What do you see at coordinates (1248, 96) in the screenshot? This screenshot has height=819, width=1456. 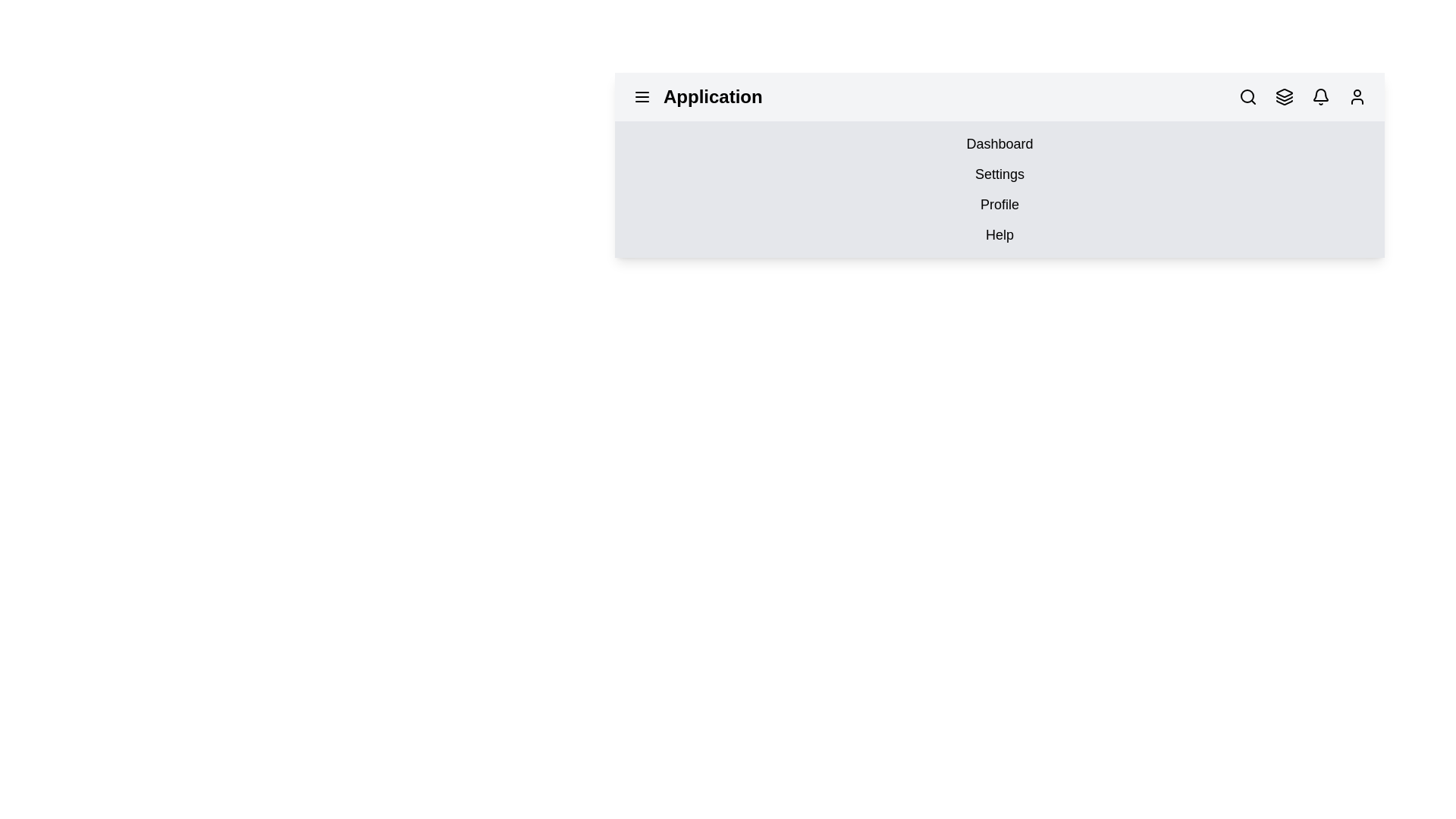 I see `the search icon to explore its functionality` at bounding box center [1248, 96].